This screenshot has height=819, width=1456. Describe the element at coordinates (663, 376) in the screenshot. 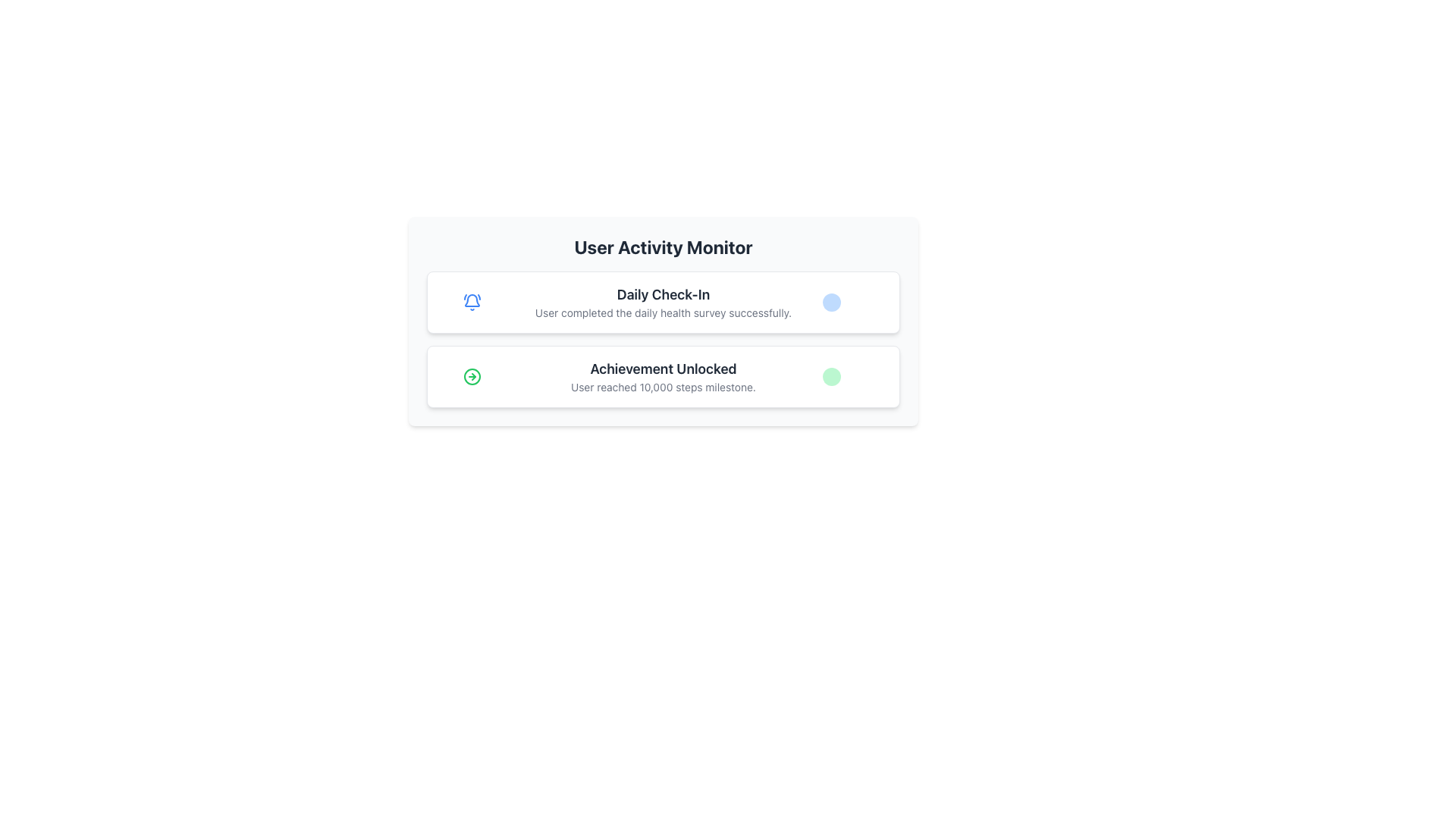

I see `the Notification card that displays an achievement notification, located below the 'Daily Check-In' block, to possibly trigger additional information or interaction` at that location.